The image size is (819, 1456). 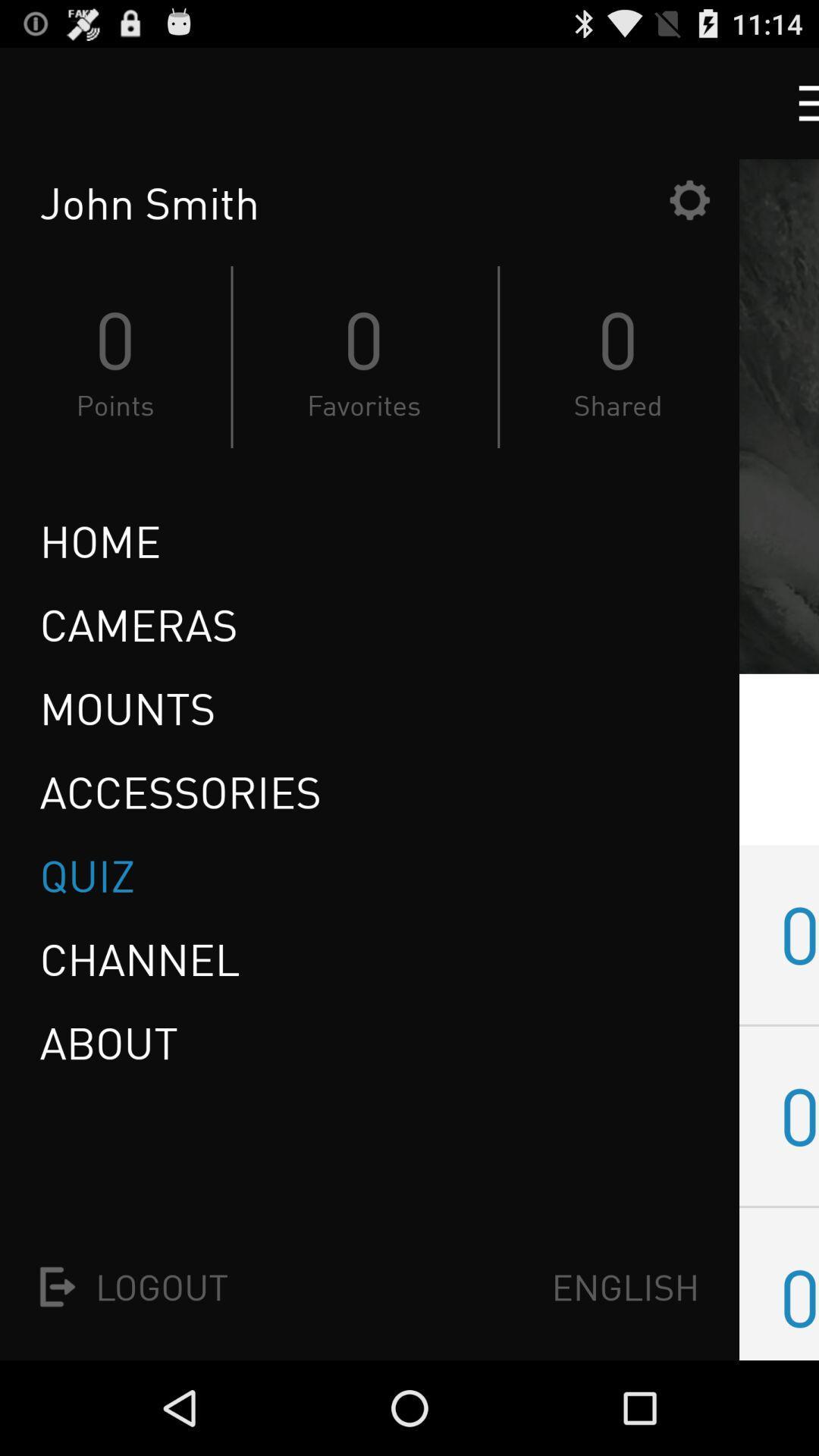 I want to click on the icon below the cameras, so click(x=127, y=708).